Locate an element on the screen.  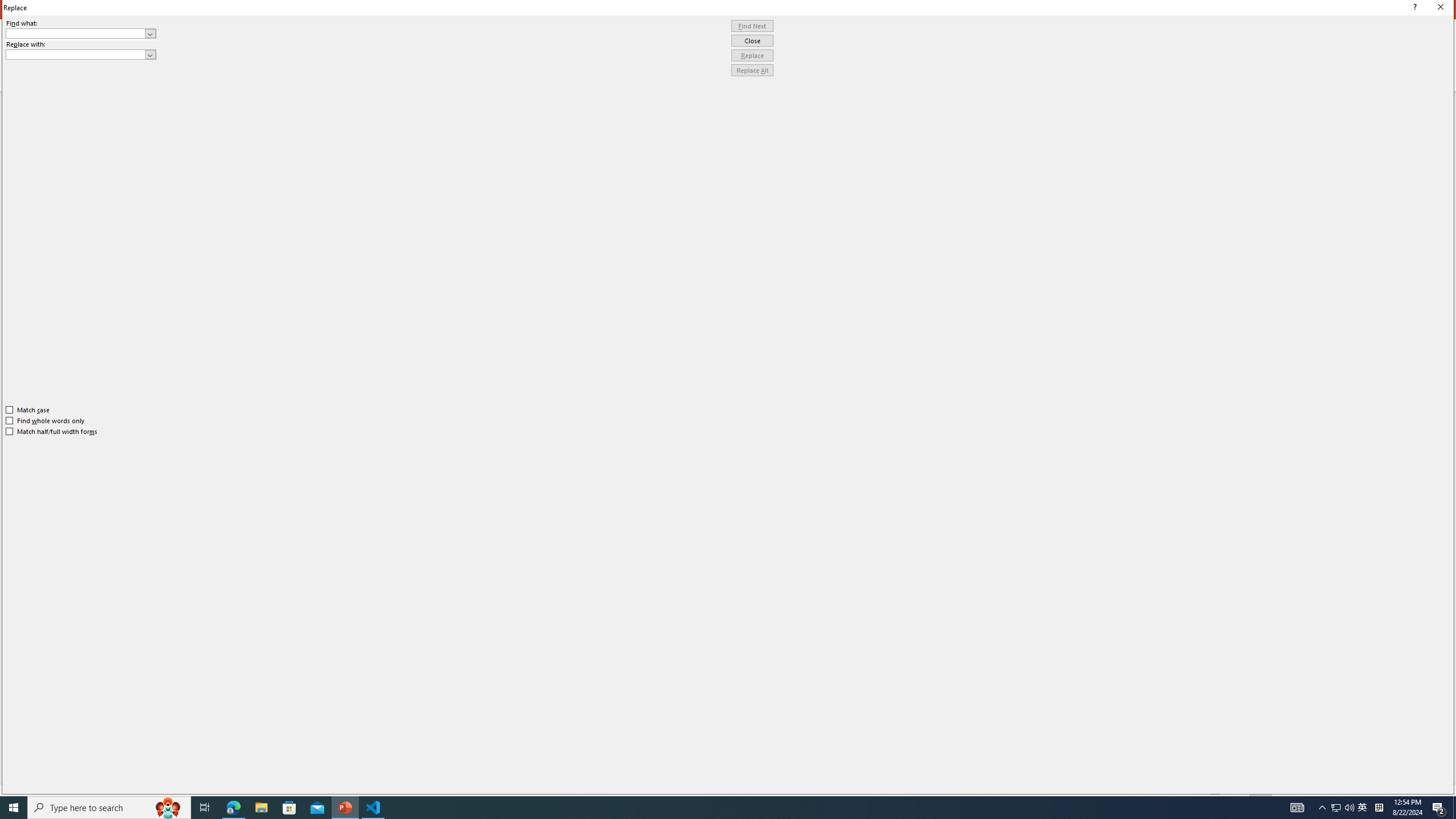
'Find whole words only' is located at coordinates (45, 420).